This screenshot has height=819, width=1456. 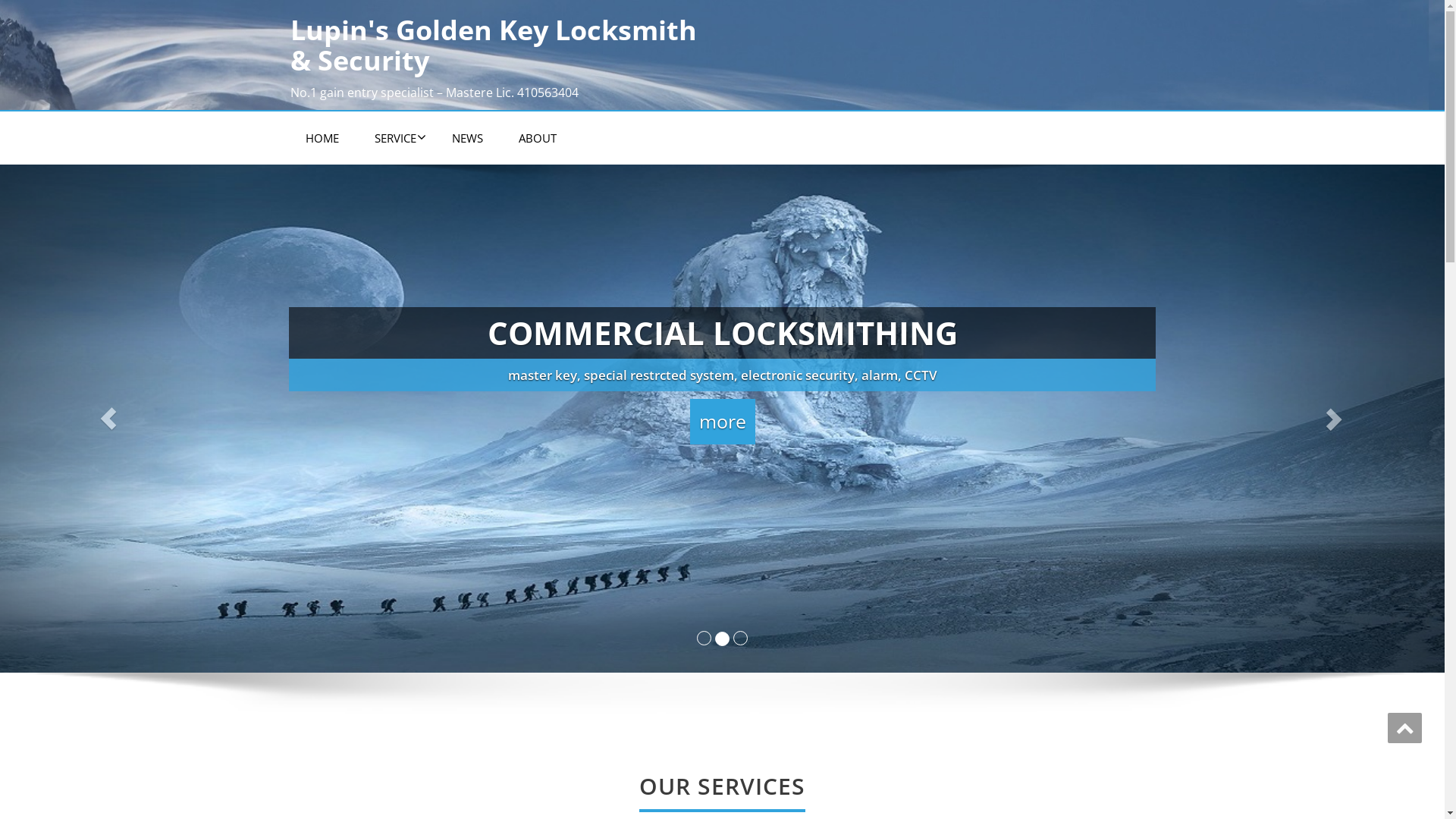 What do you see at coordinates (1404, 727) in the screenshot?
I see `'Go Top'` at bounding box center [1404, 727].